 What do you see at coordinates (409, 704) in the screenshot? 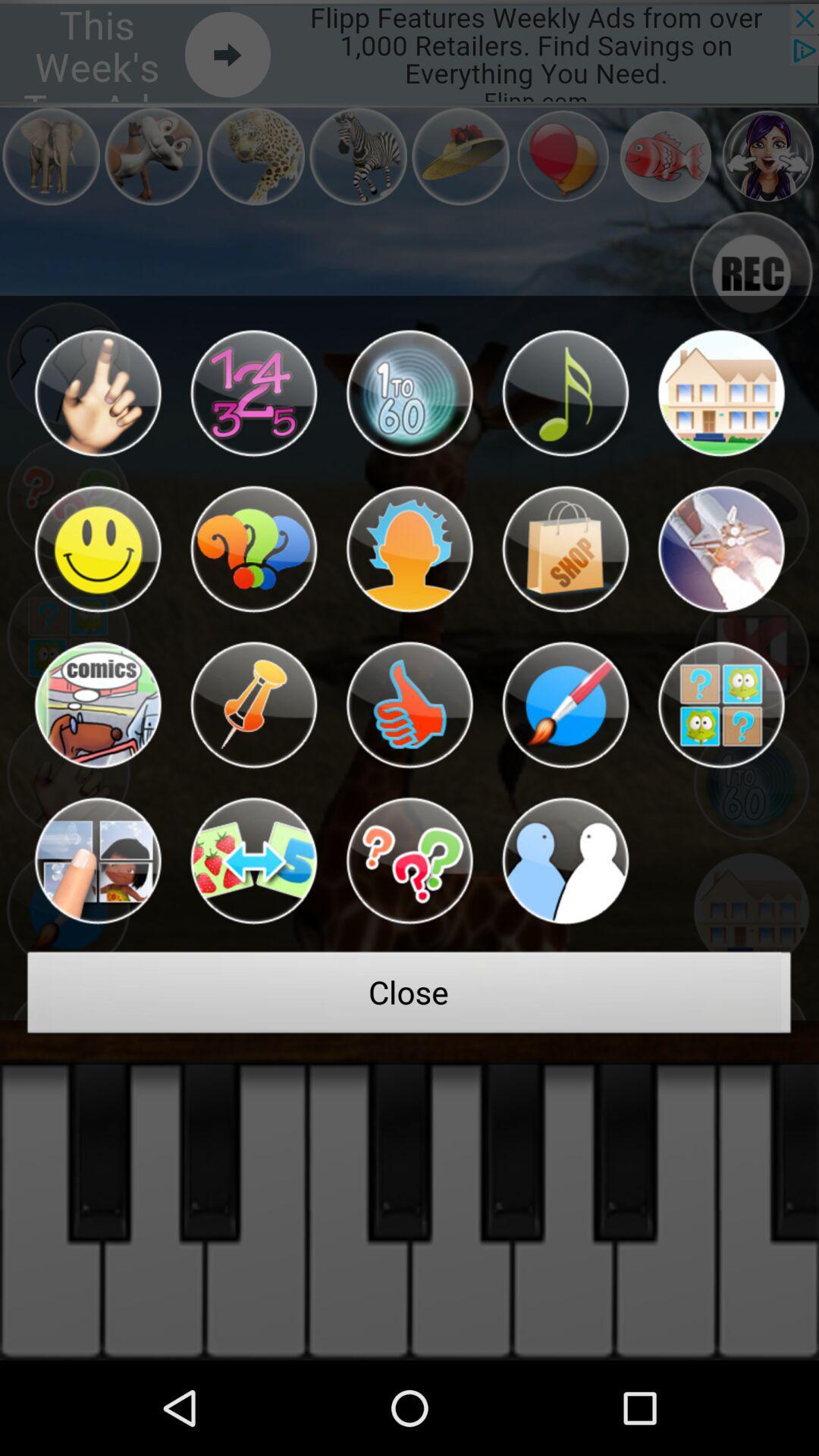
I see `like option` at bounding box center [409, 704].